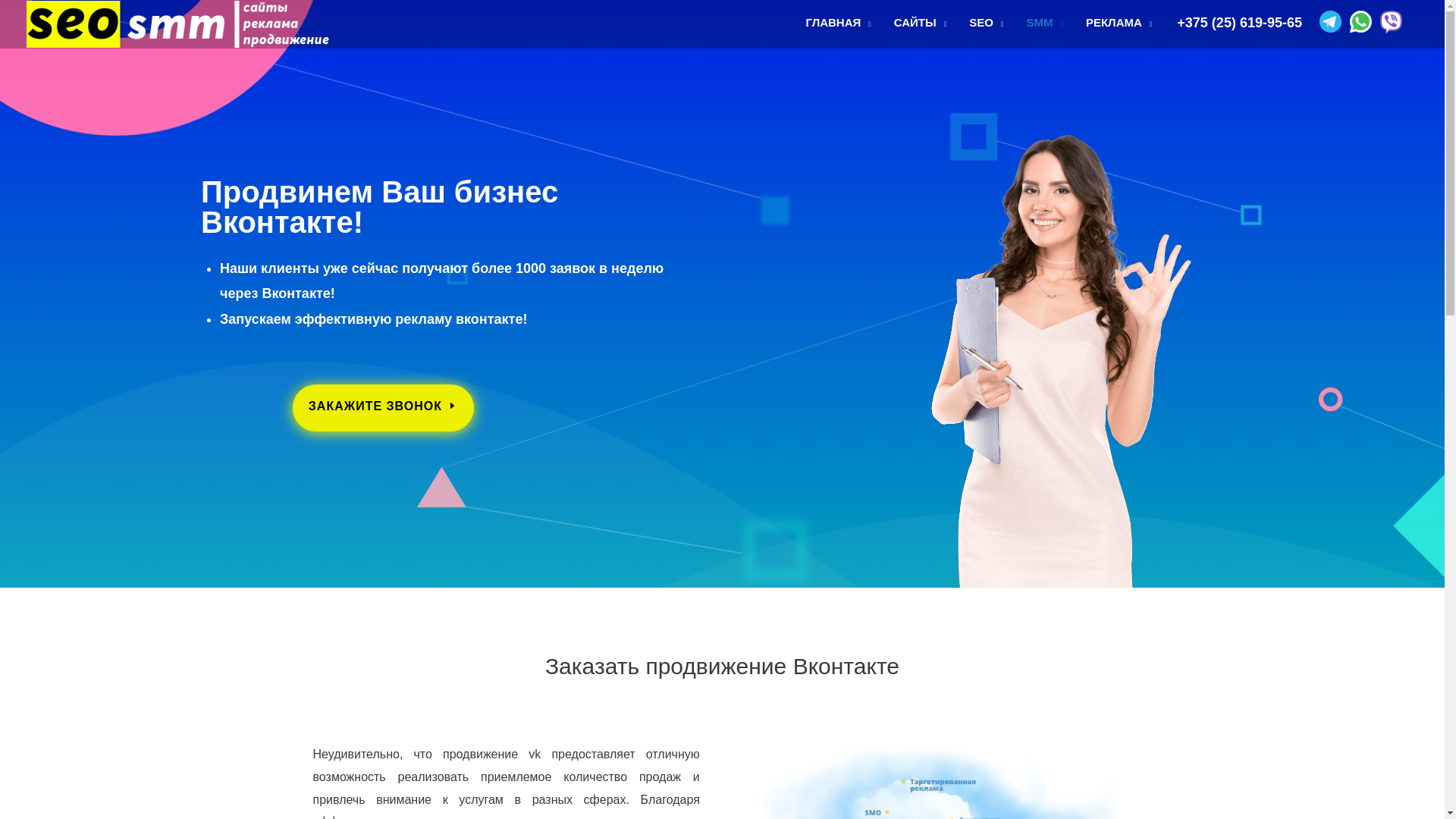 This screenshot has height=819, width=1456. Describe the element at coordinates (1043, 23) in the screenshot. I see `'SMM'` at that location.